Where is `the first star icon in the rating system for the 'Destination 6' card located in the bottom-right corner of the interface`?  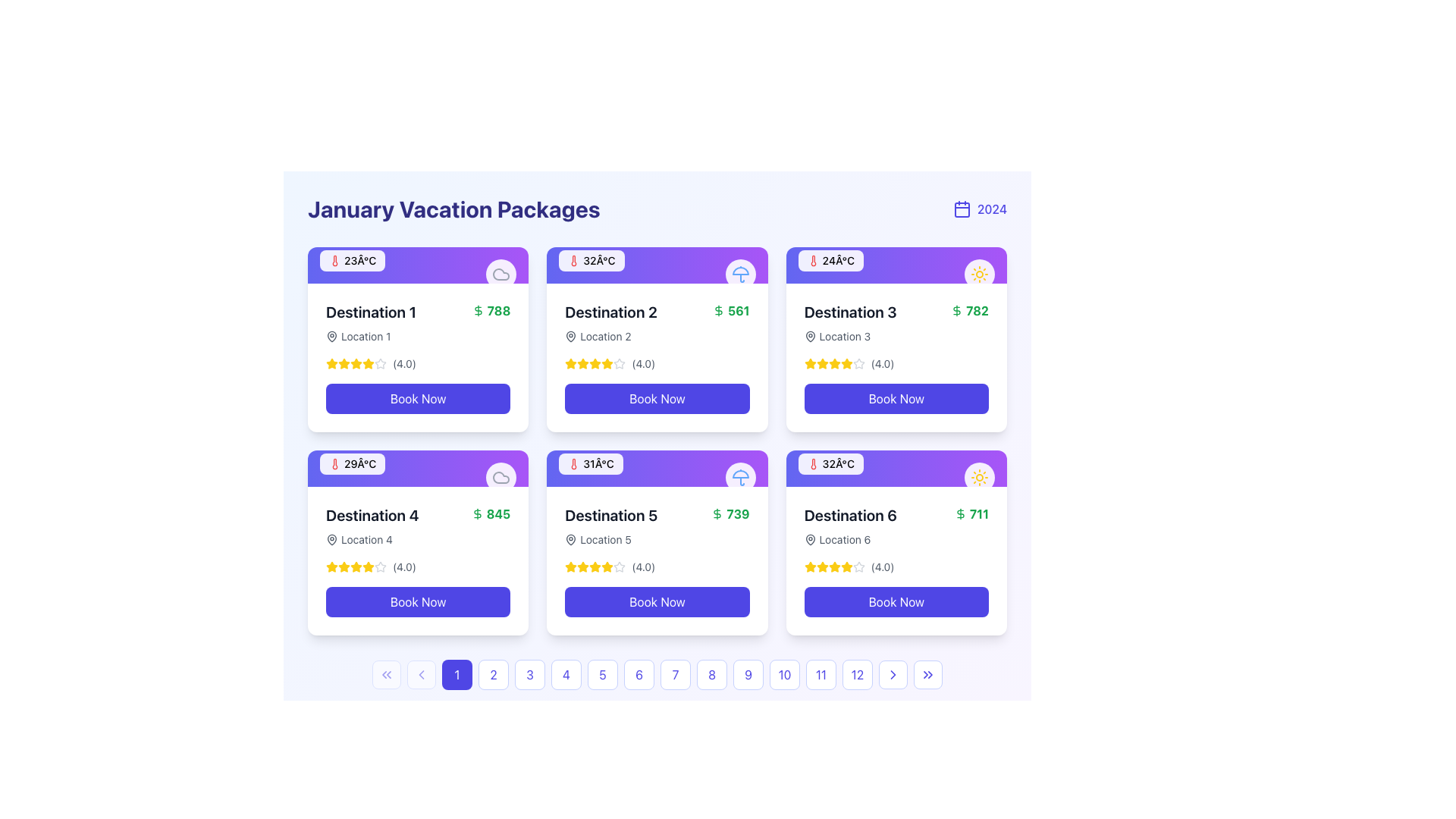 the first star icon in the rating system for the 'Destination 6' card located in the bottom-right corner of the interface is located at coordinates (809, 567).